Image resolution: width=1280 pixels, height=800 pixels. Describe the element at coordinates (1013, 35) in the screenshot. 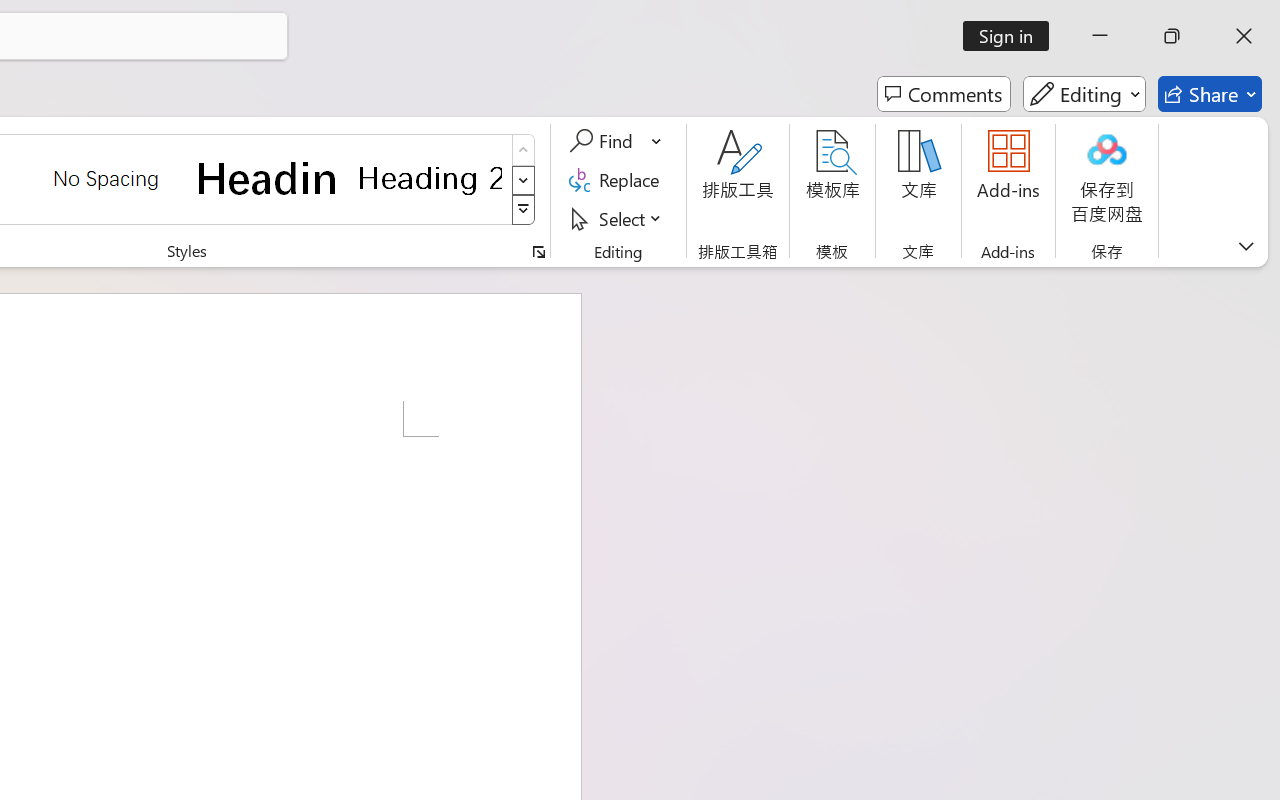

I see `'Sign in'` at that location.